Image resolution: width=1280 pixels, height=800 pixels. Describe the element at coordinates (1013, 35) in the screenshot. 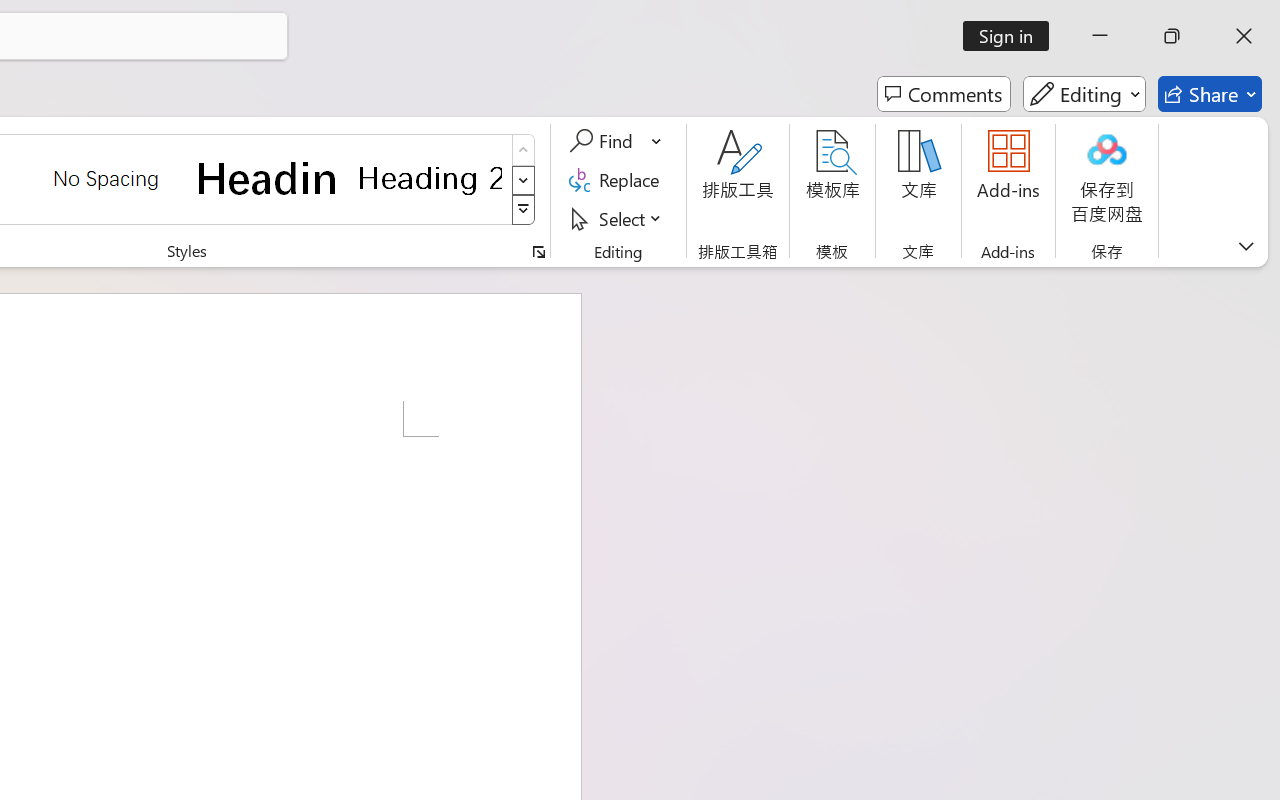

I see `'Sign in'` at that location.